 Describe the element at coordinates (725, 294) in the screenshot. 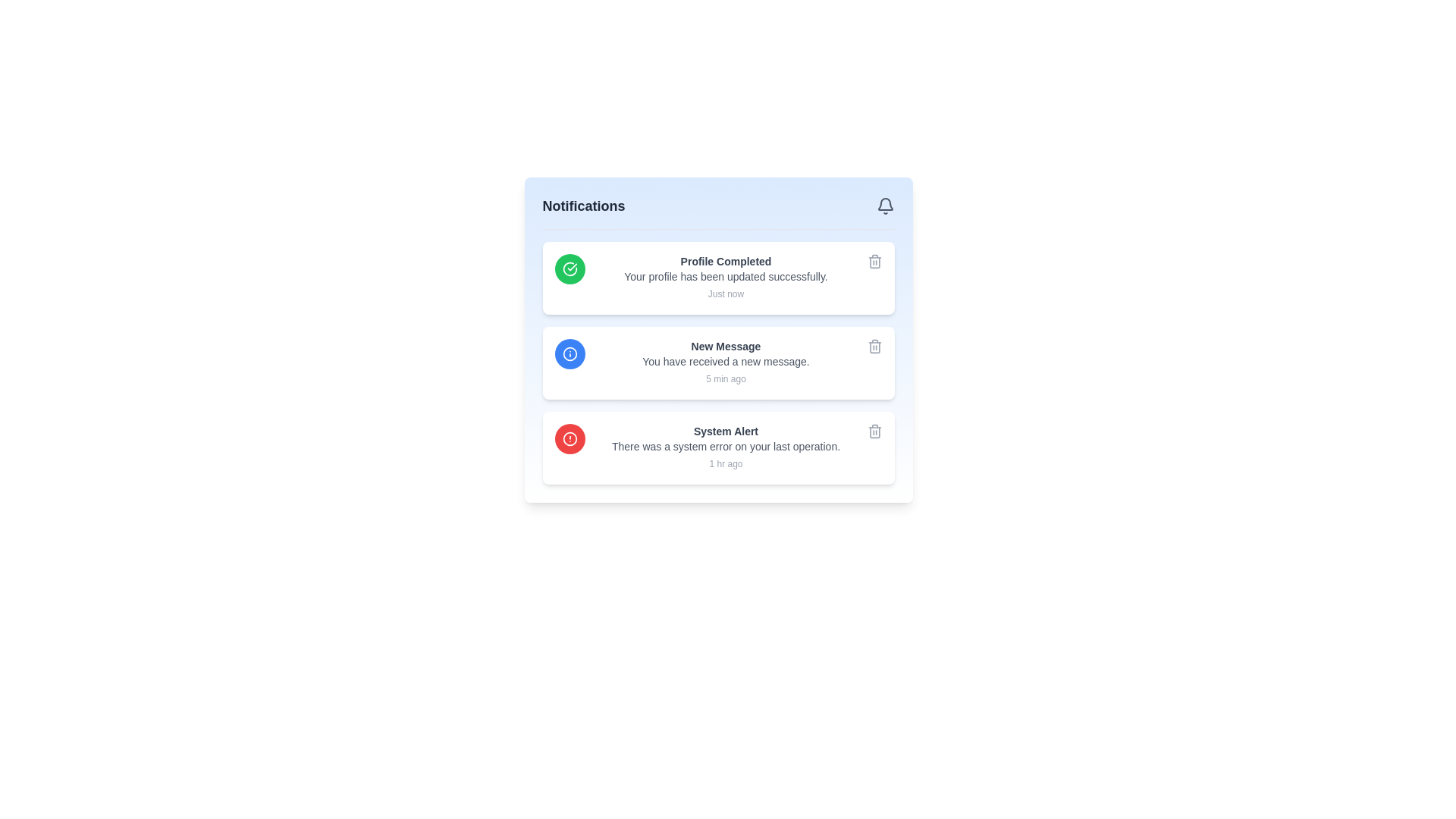

I see `the text label displaying 'Just now', which indicates a timestamp in the 'Profile Completed' notification group within the notifications panel` at that location.